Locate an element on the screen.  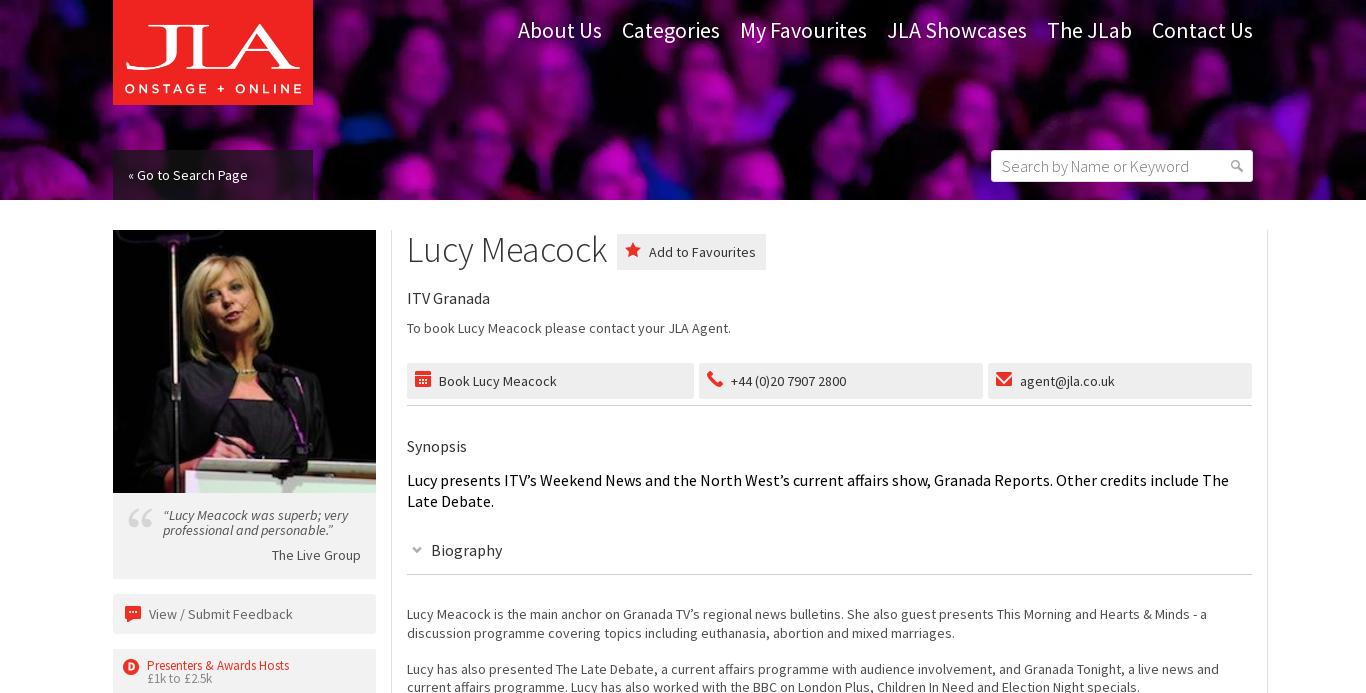
'+44 (0)20 7907 2800' is located at coordinates (787, 378).